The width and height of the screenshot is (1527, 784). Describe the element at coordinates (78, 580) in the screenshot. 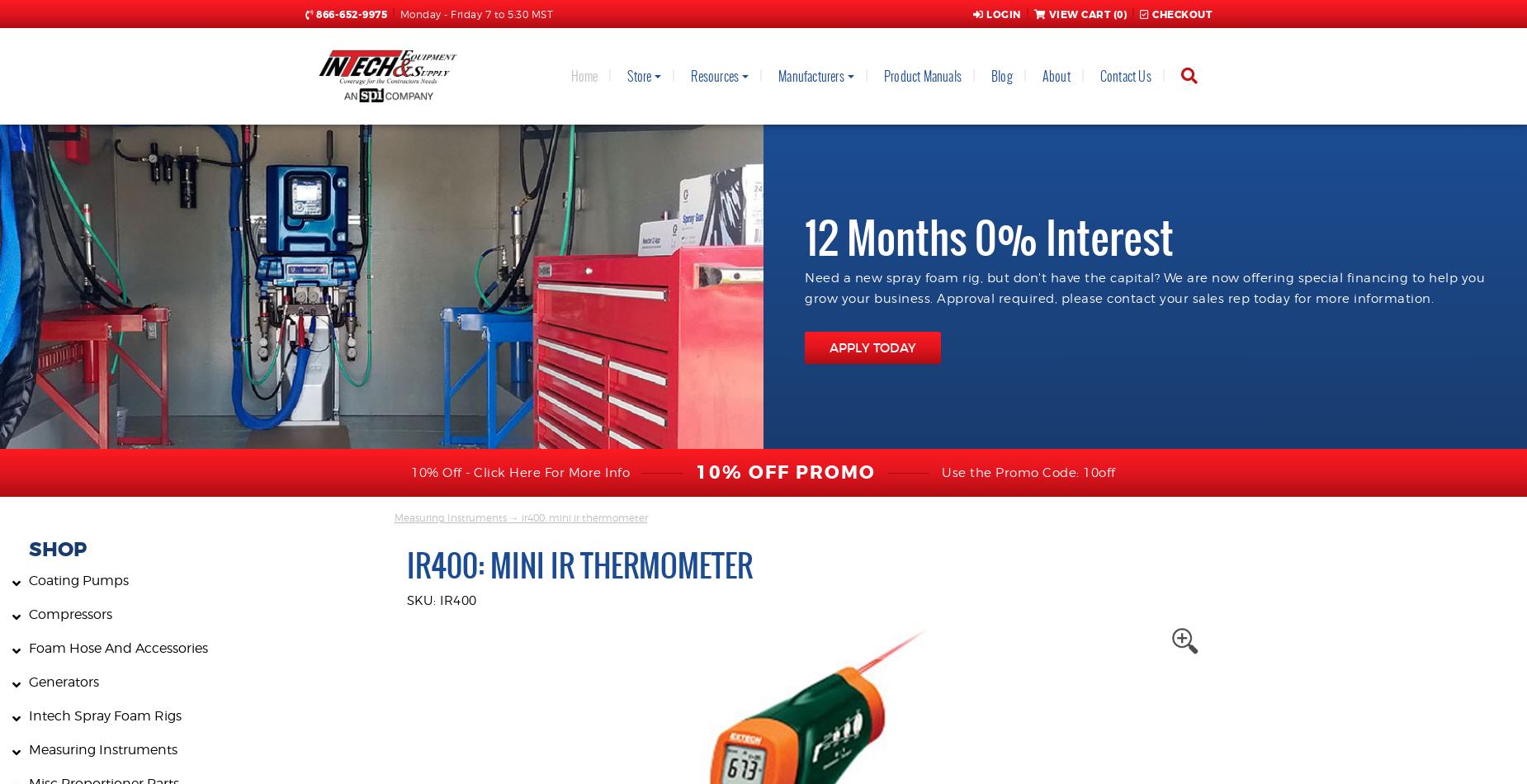

I see `'Coating Pumps'` at that location.